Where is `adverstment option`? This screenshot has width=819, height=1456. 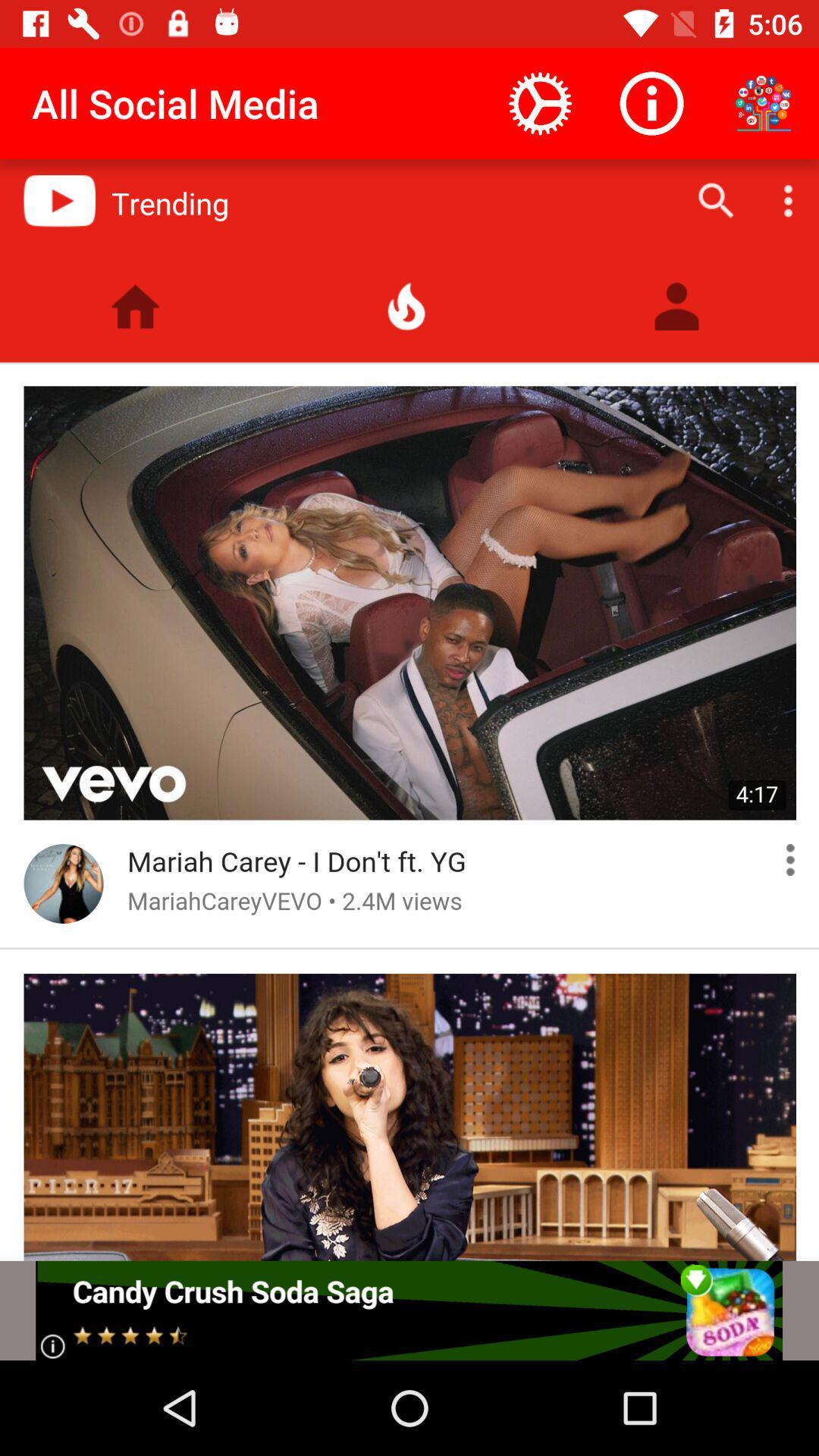 adverstment option is located at coordinates (408, 1310).